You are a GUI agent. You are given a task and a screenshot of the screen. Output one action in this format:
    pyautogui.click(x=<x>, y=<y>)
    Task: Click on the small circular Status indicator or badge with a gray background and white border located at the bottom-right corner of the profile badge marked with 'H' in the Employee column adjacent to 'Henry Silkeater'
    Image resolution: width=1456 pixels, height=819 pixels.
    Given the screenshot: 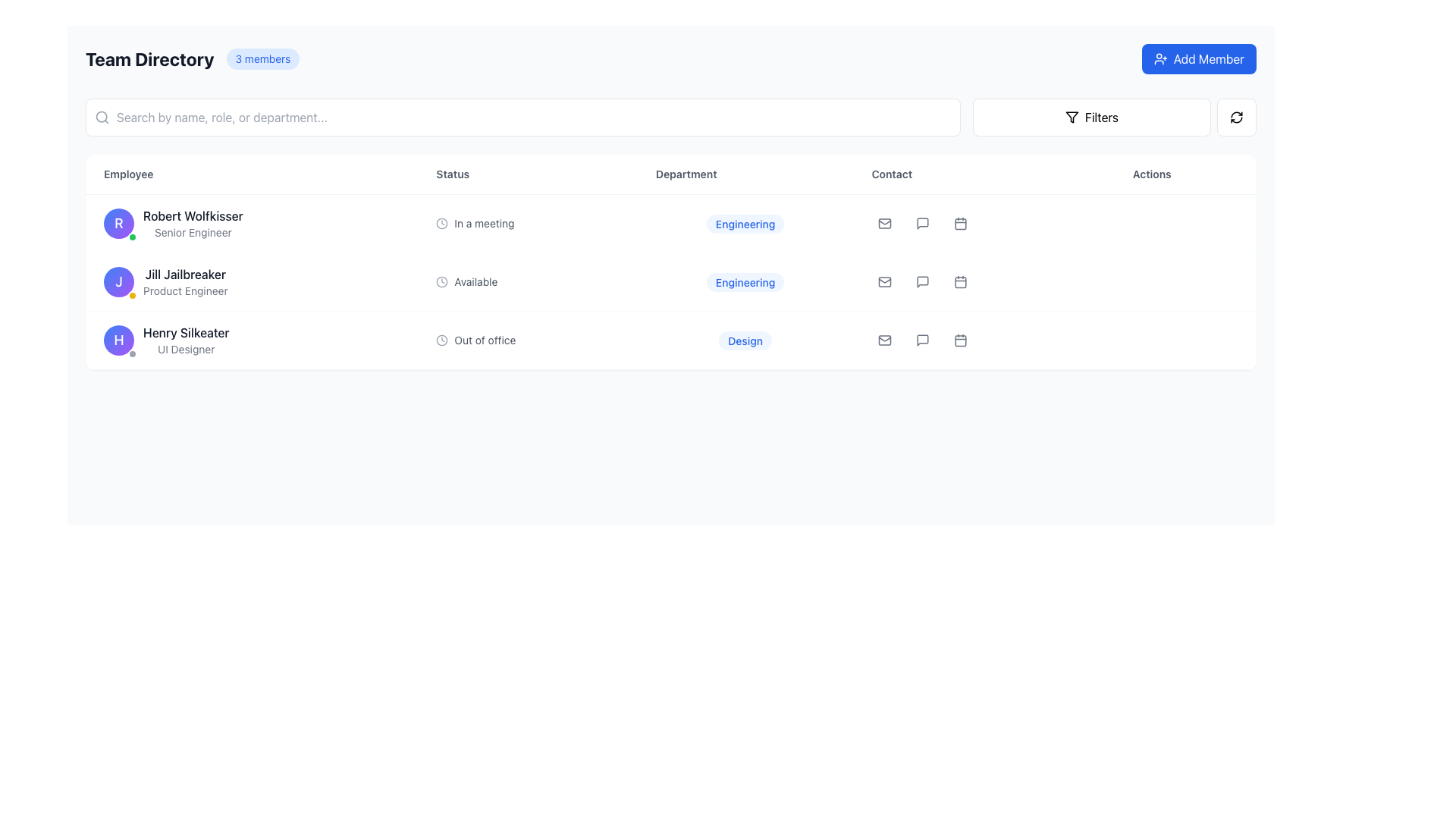 What is the action you would take?
    pyautogui.click(x=132, y=353)
    